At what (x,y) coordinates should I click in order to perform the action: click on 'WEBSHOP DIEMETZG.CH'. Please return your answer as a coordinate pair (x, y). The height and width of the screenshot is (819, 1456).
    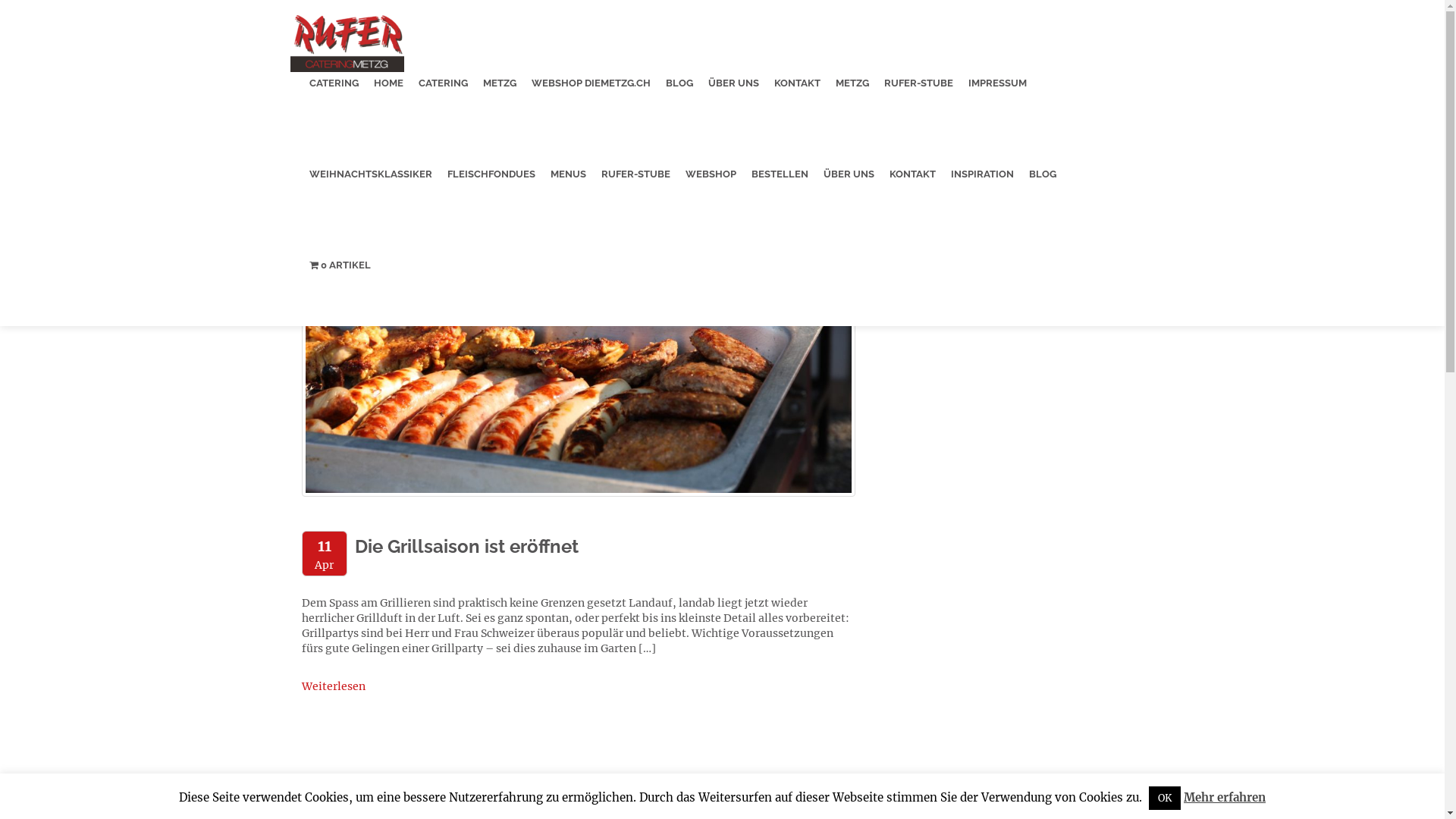
    Looking at the image, I should click on (523, 83).